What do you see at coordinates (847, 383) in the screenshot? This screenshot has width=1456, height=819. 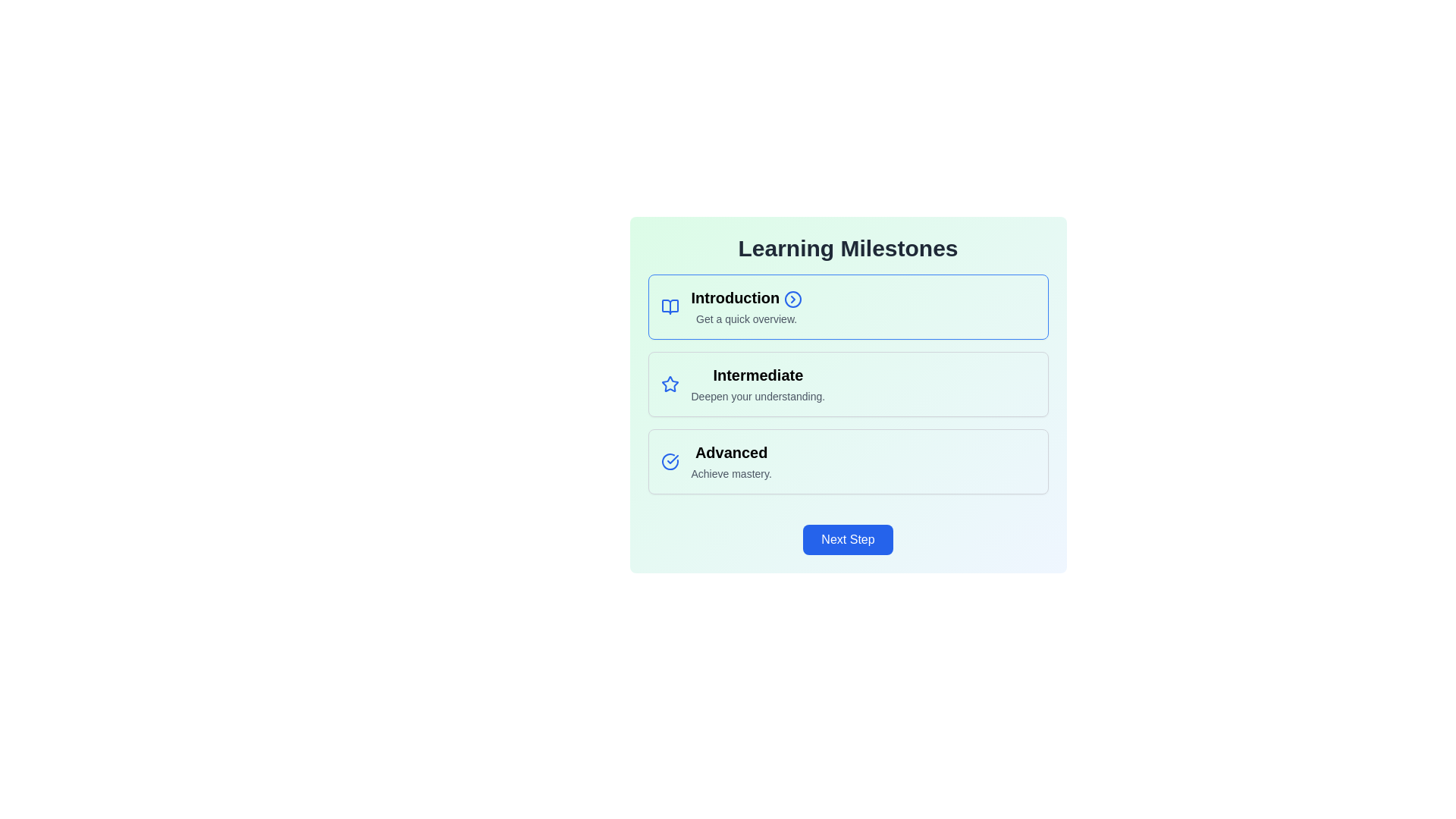 I see `the selectable list item named 'Intermediate' in the learning milestones, which is centrally located in the list as the second milestone` at bounding box center [847, 383].